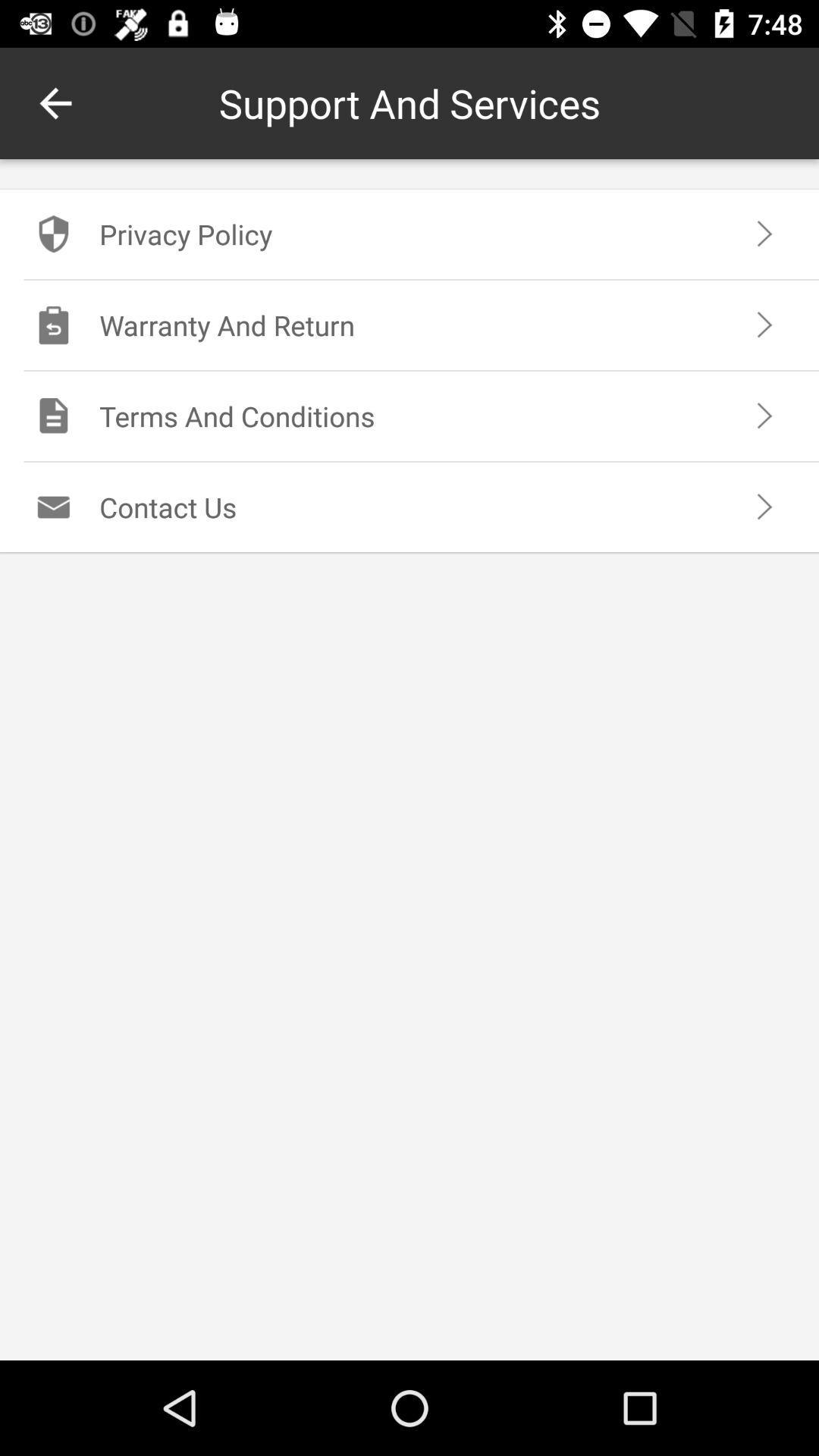 This screenshot has width=819, height=1456. I want to click on item to the left of the support and services, so click(55, 102).